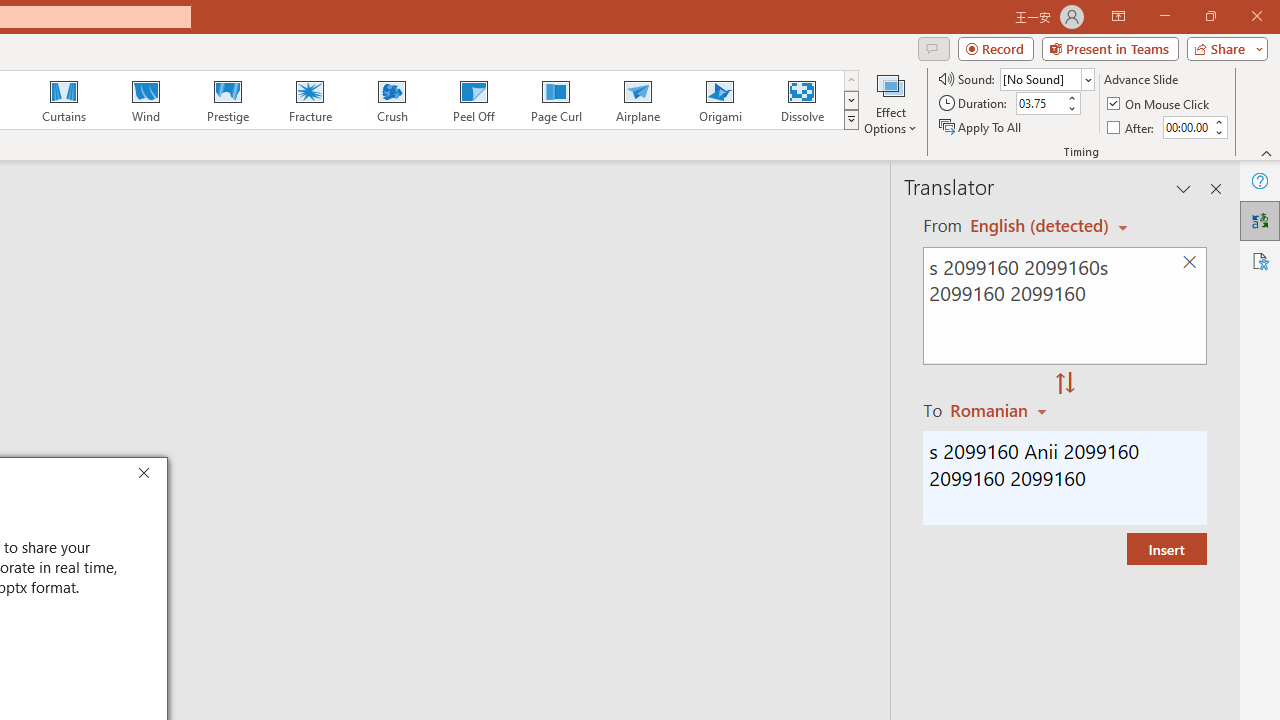 The width and height of the screenshot is (1280, 720). What do you see at coordinates (981, 127) in the screenshot?
I see `'Apply To All'` at bounding box center [981, 127].